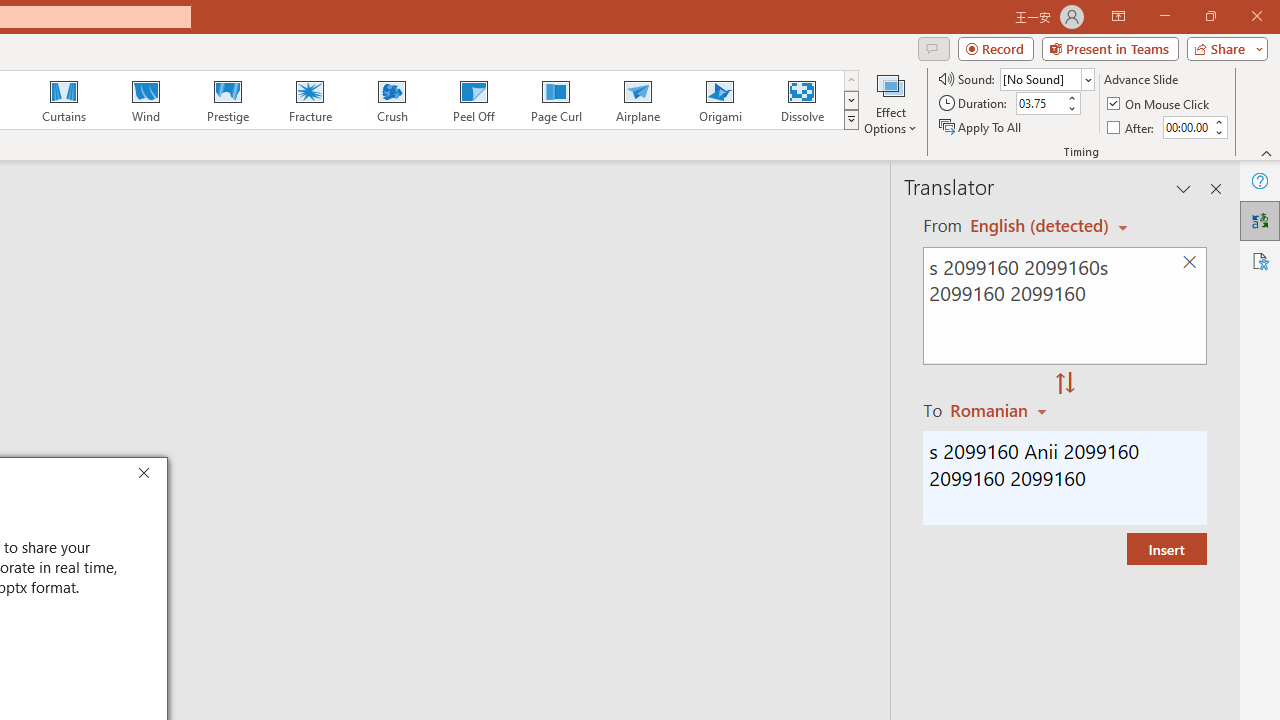 The width and height of the screenshot is (1280, 720). What do you see at coordinates (981, 127) in the screenshot?
I see `'Apply To All'` at bounding box center [981, 127].